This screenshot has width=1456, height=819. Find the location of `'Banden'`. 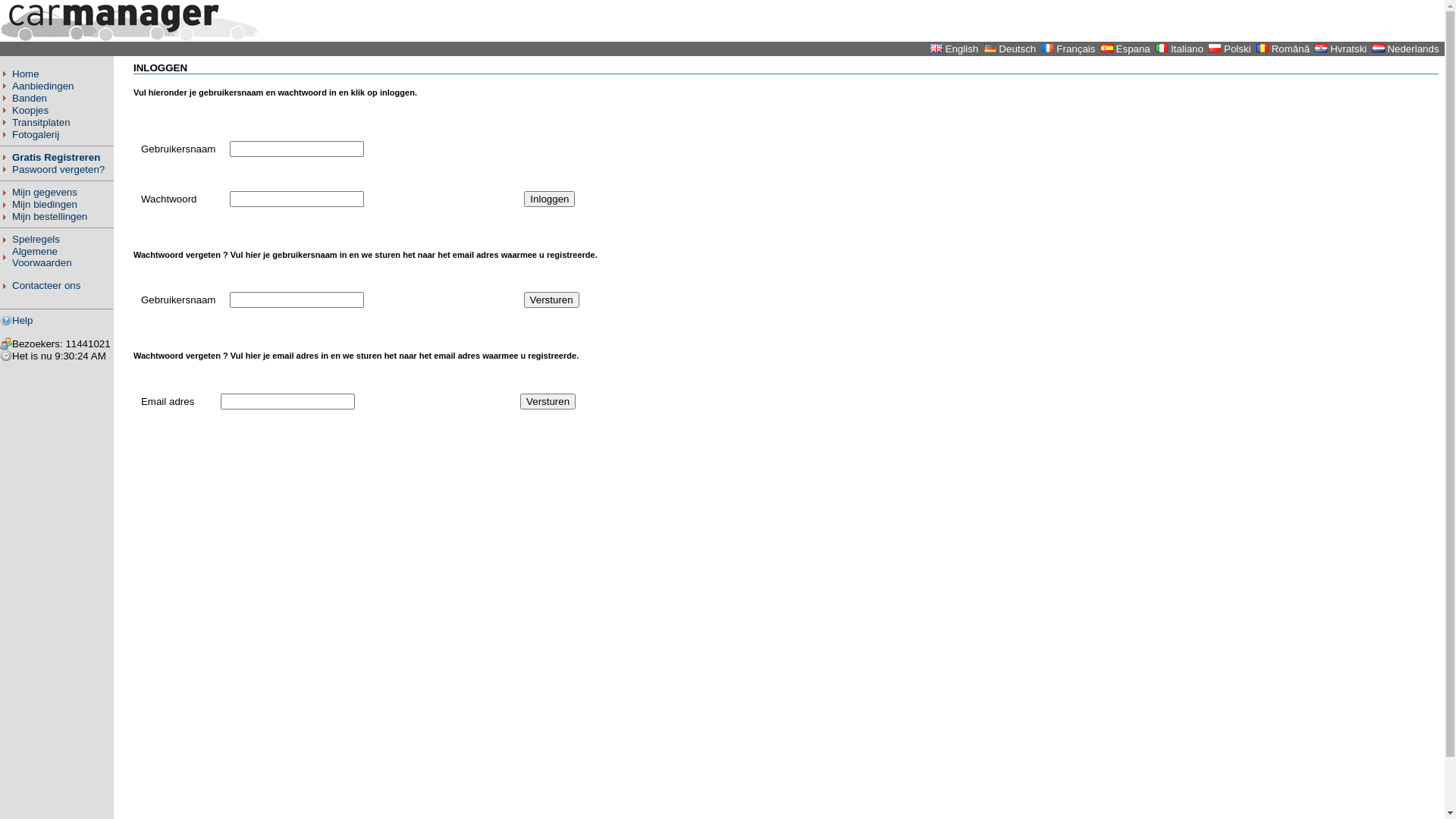

'Banden' is located at coordinates (29, 98).